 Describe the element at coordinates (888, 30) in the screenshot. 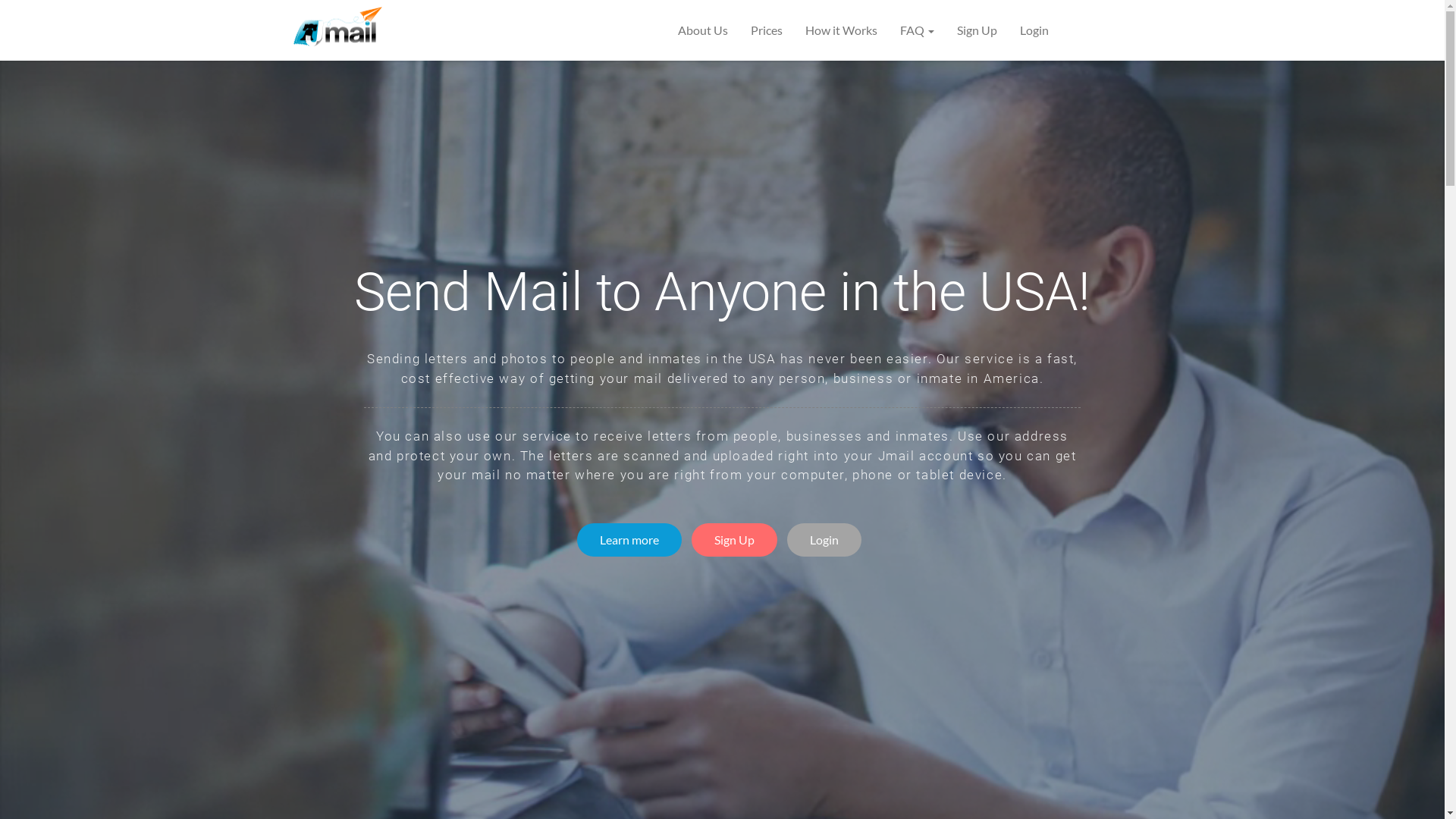

I see `'FAQ'` at that location.